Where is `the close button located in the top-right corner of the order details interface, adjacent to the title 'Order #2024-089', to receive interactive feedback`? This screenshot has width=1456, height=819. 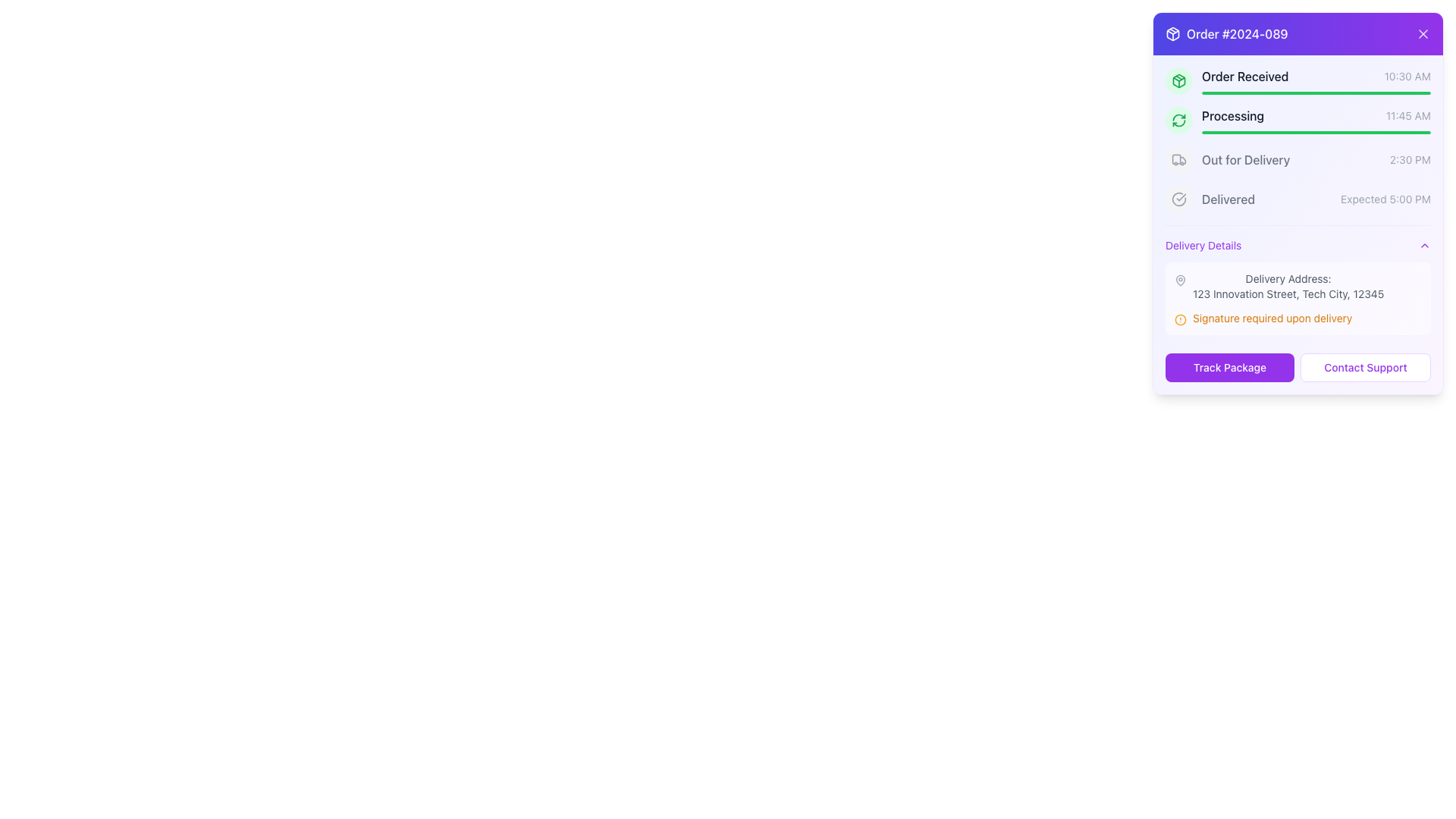 the close button located in the top-right corner of the order details interface, adjacent to the title 'Order #2024-089', to receive interactive feedback is located at coordinates (1422, 34).